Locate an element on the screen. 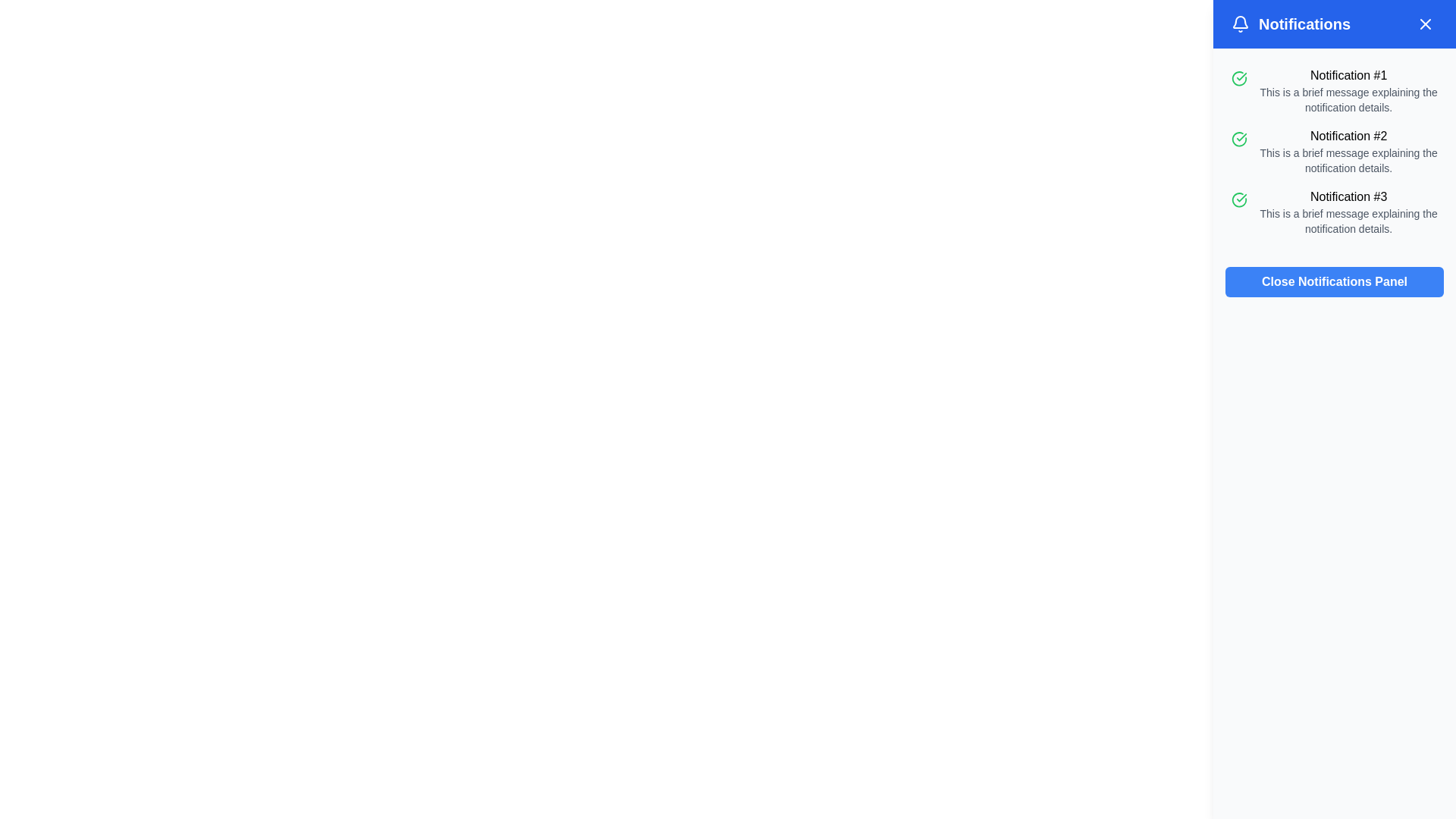 The image size is (1456, 819). the blue circular button with a white cross ('X') icon in the top-right corner of the notification panel header is located at coordinates (1425, 24).